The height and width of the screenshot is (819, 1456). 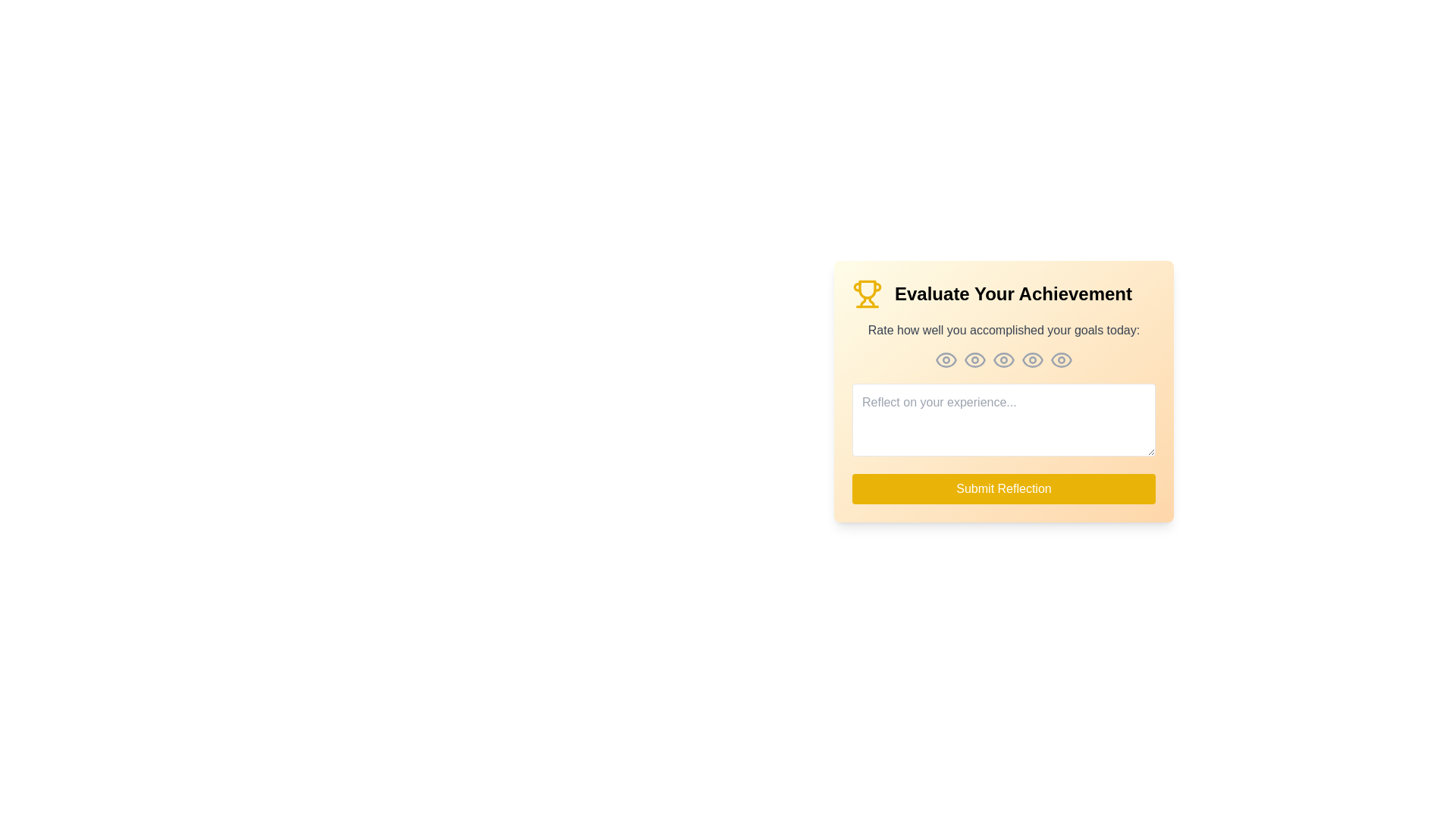 What do you see at coordinates (1061, 359) in the screenshot?
I see `the eye icon corresponding to the rating level 5 to set the rating` at bounding box center [1061, 359].